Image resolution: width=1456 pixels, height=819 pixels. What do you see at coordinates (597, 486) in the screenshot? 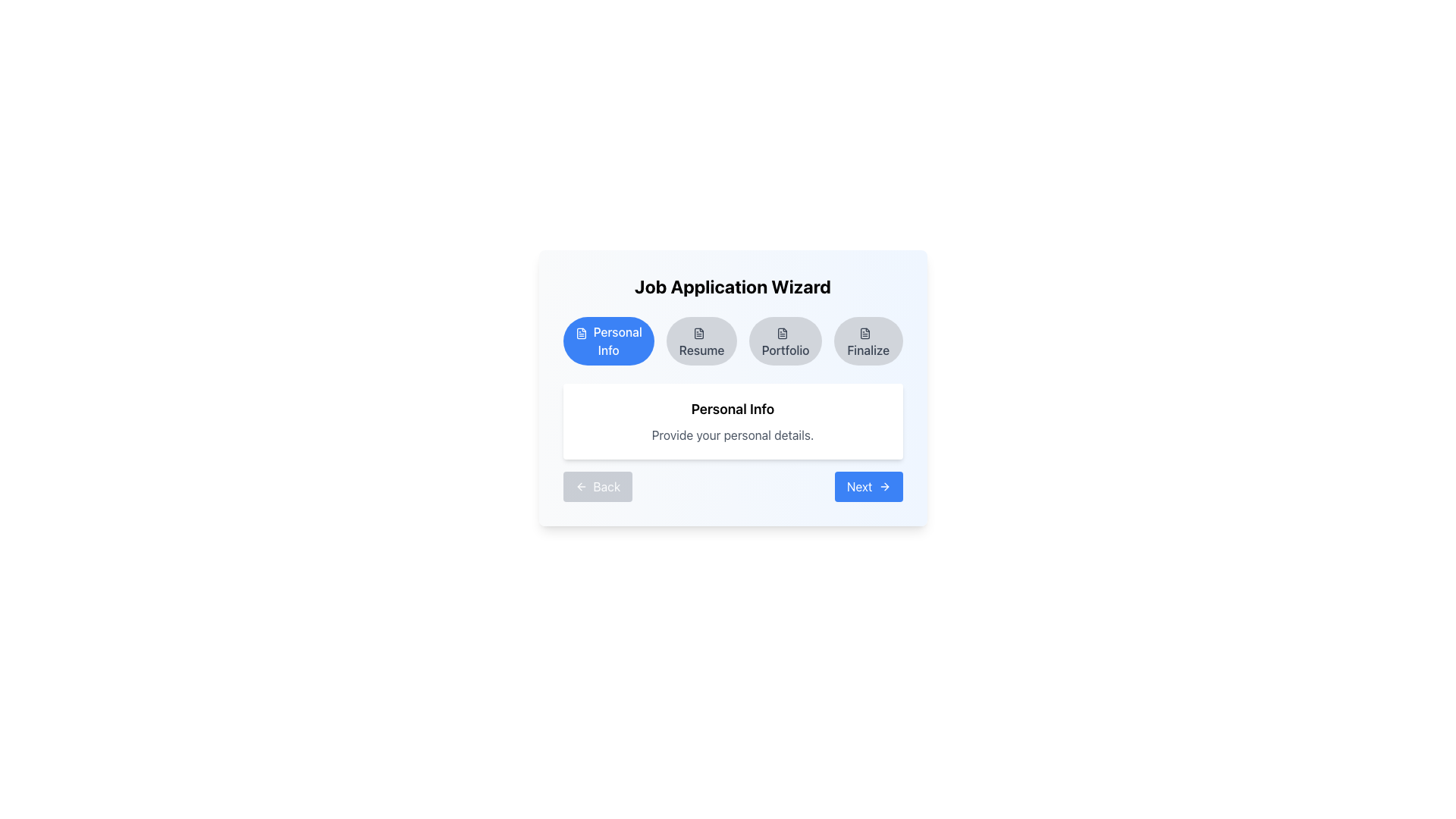
I see `the 'Previous' button located at the bottom-left of the 'Job Application Wizard' panel` at bounding box center [597, 486].